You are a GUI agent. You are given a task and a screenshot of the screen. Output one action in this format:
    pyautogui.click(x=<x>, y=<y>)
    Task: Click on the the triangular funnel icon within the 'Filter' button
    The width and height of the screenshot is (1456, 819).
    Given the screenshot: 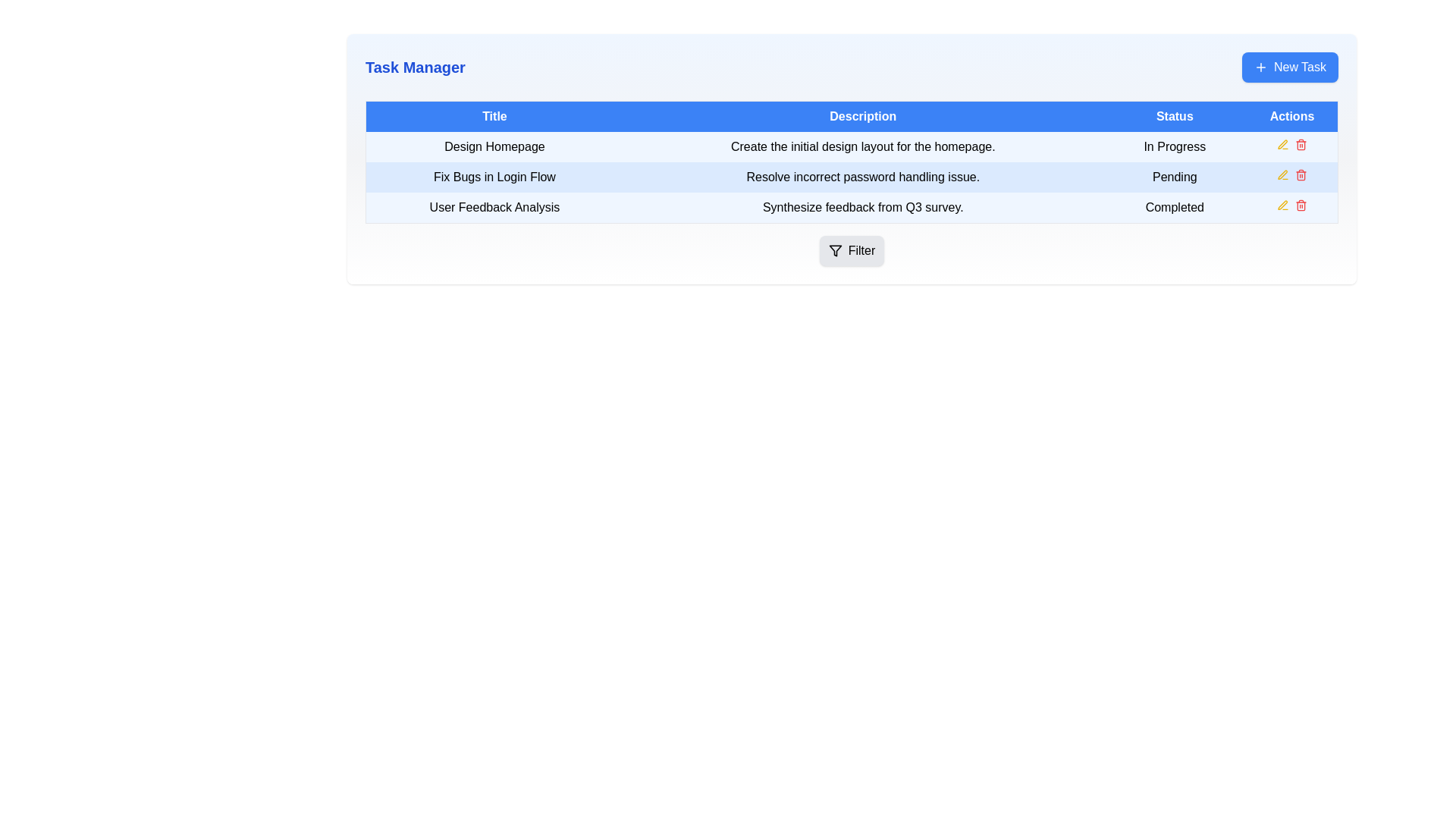 What is the action you would take?
    pyautogui.click(x=834, y=250)
    